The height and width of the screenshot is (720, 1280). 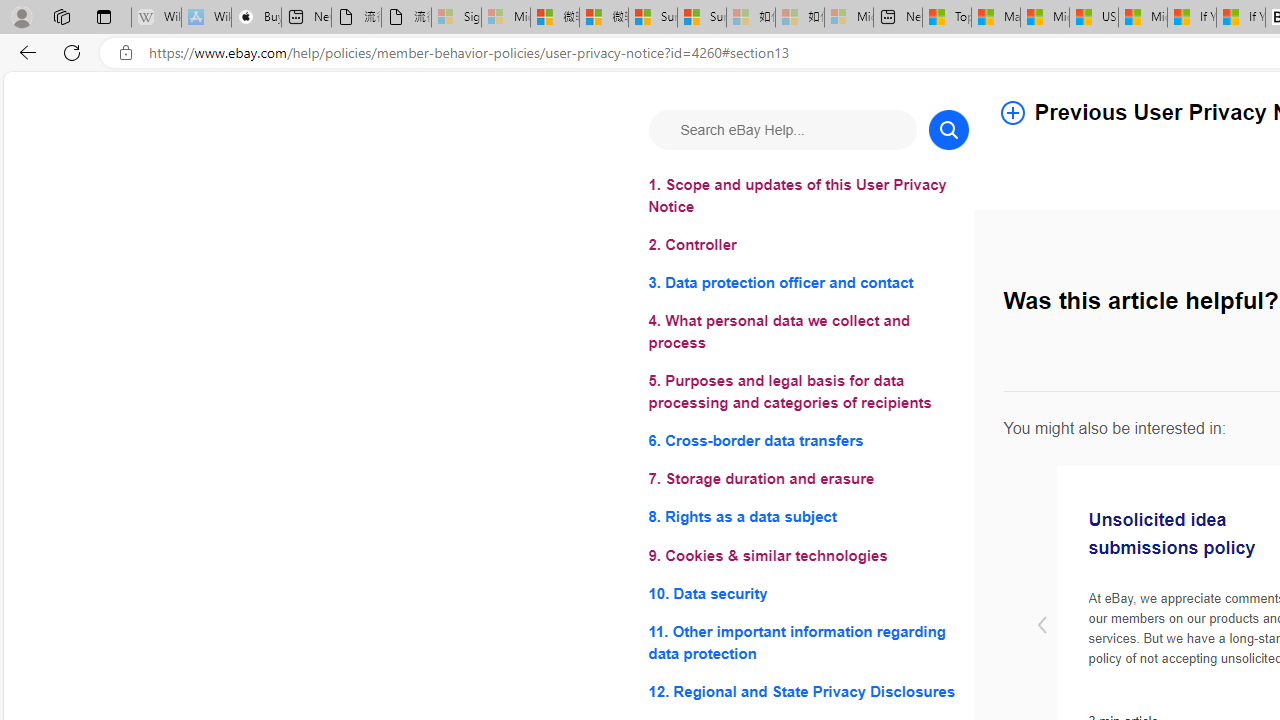 I want to click on '4. What personal data we collect and process', so click(x=808, y=331).